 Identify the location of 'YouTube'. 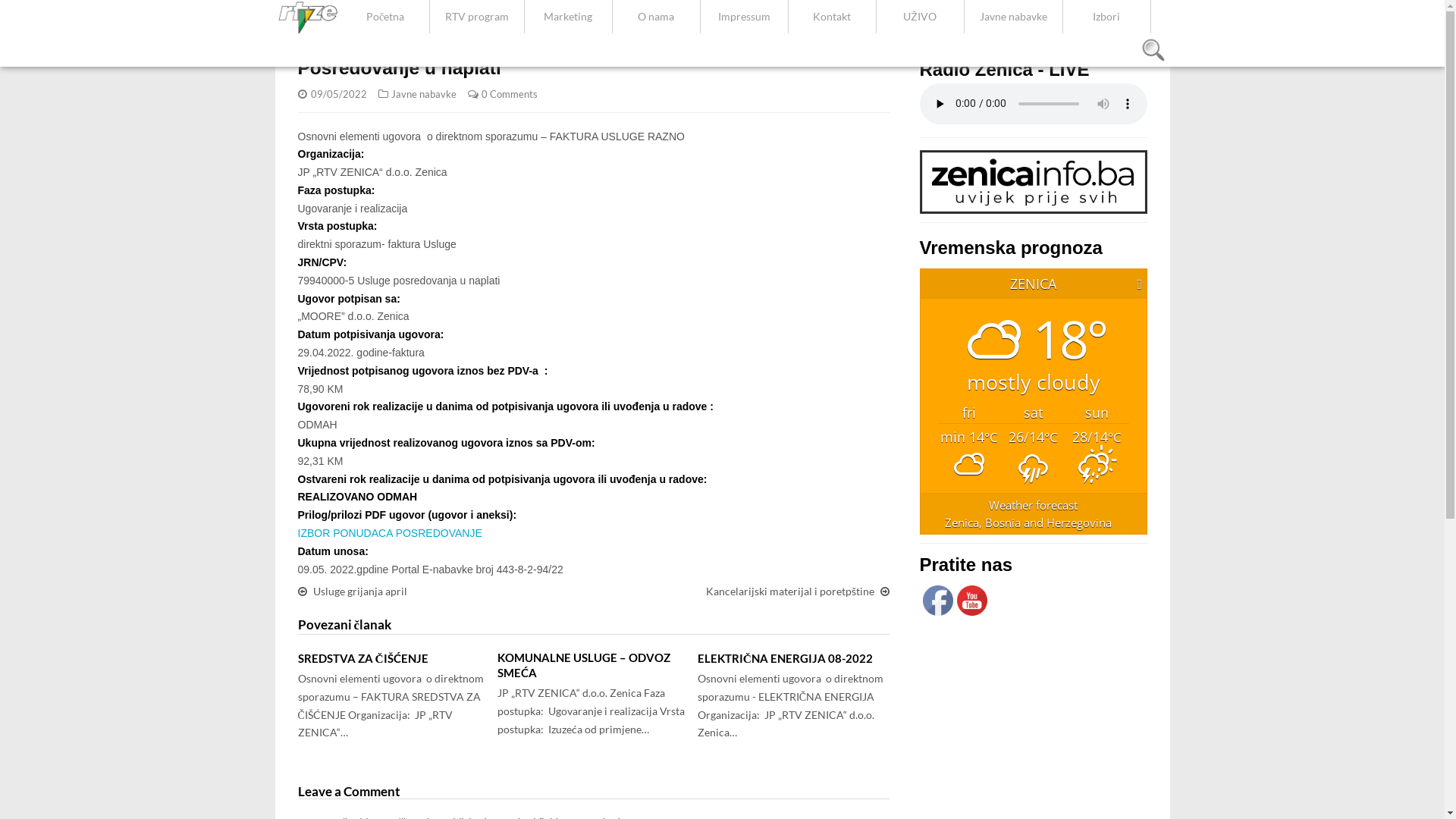
(971, 599).